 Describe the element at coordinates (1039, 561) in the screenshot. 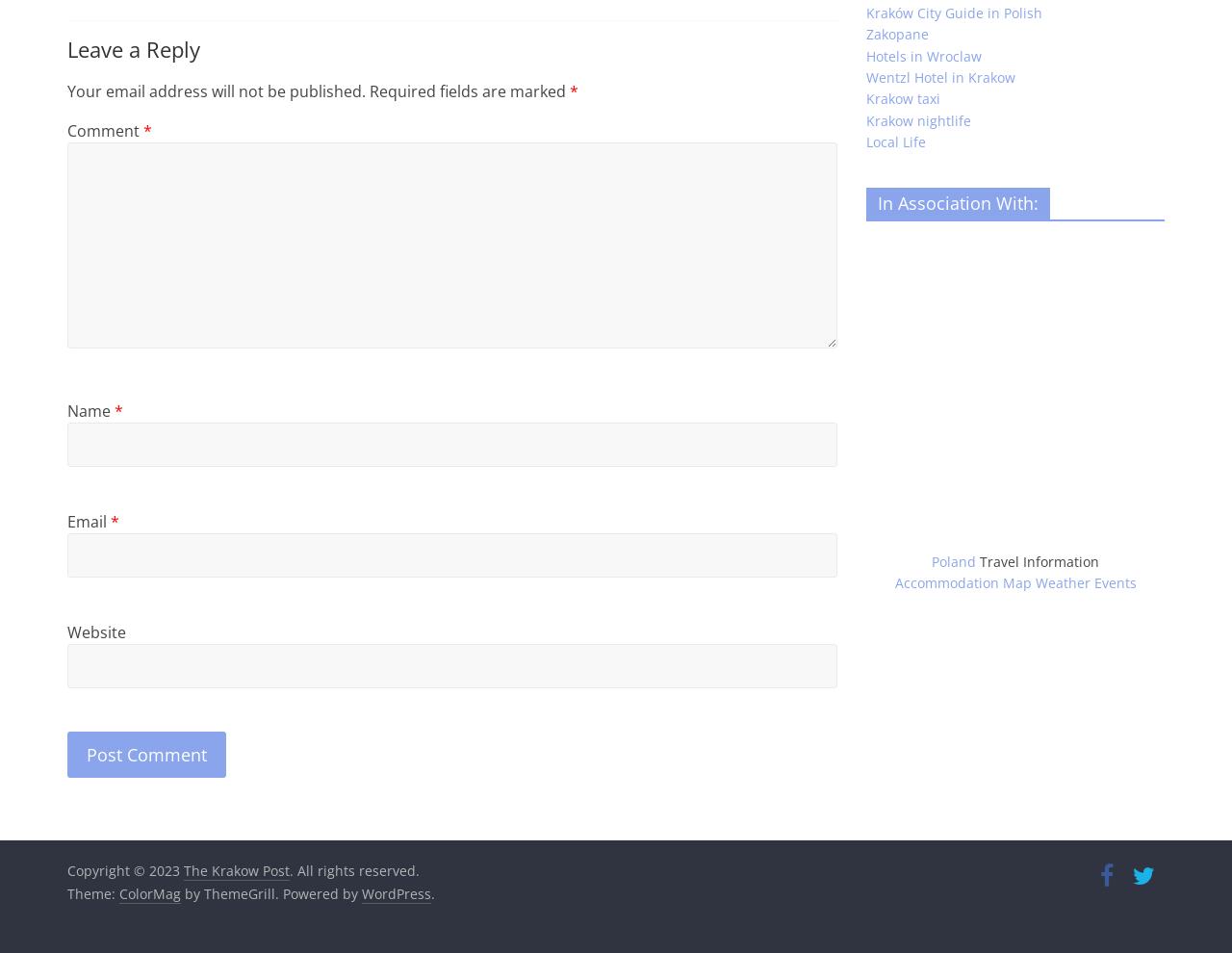

I see `'Travel Information'` at that location.